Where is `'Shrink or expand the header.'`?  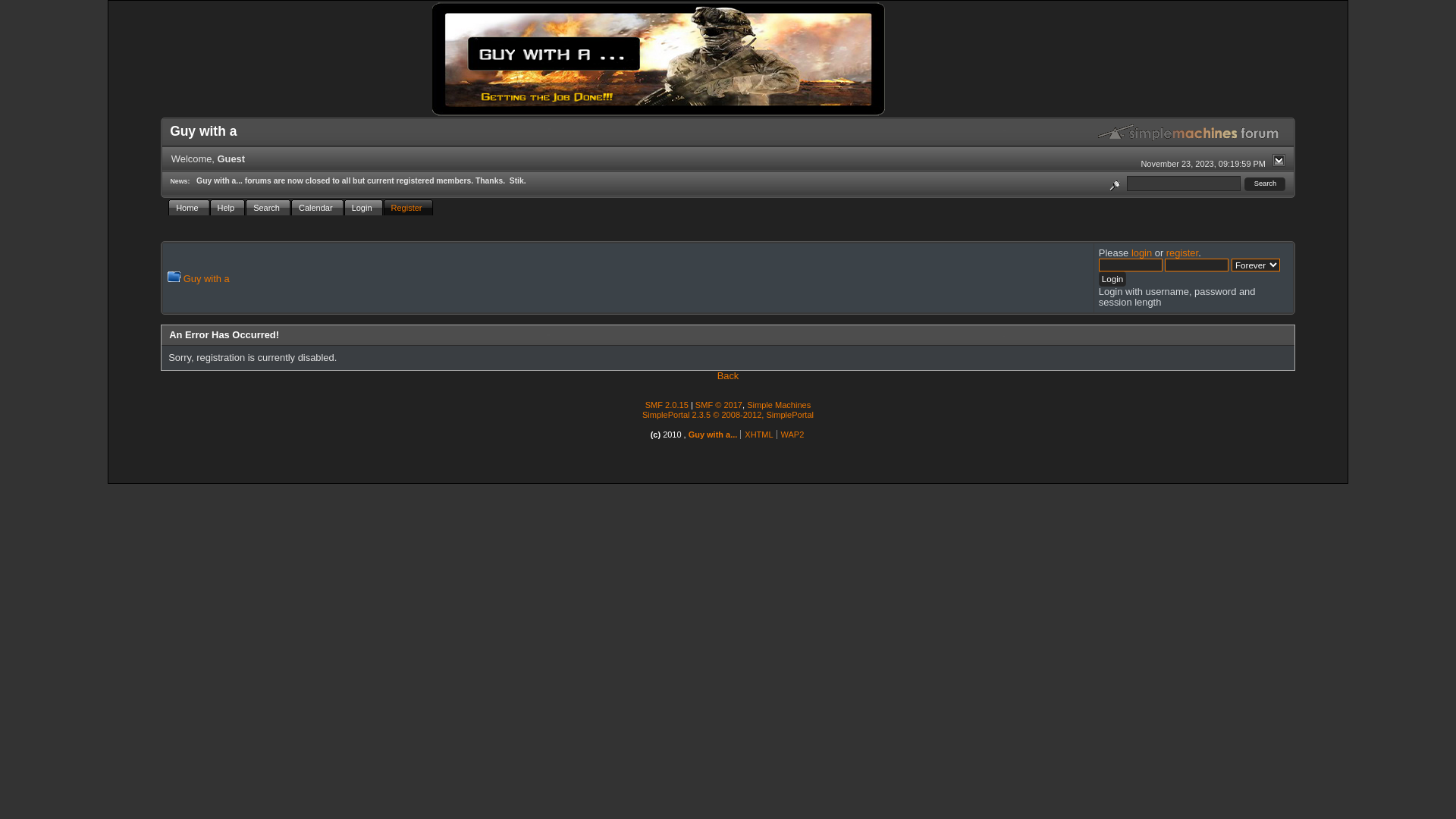
'Shrink or expand the header.' is located at coordinates (1278, 160).